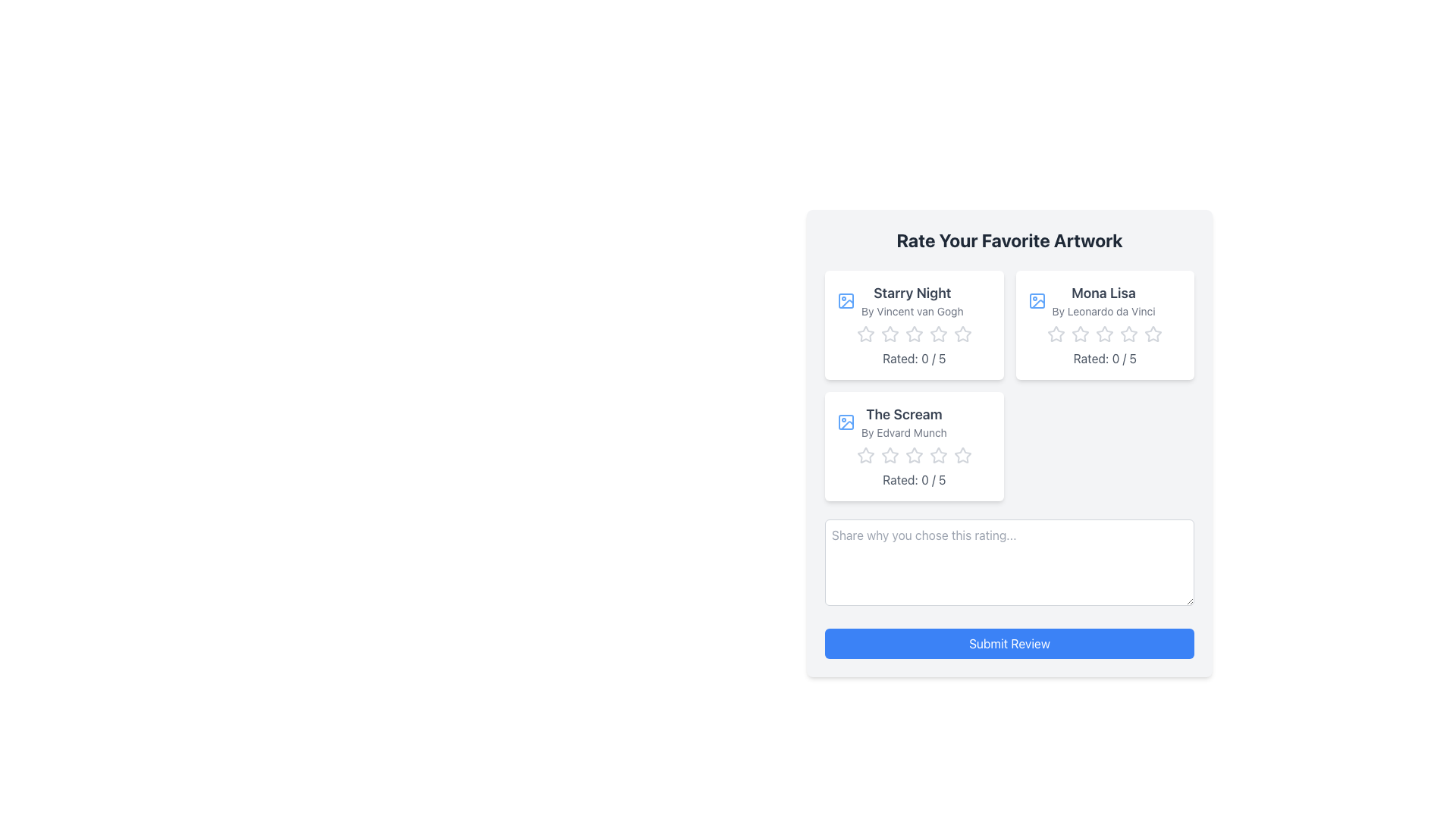  Describe the element at coordinates (1056, 333) in the screenshot. I see `the second star icon in the rating row for the 'Mona Lisa' artwork card` at that location.